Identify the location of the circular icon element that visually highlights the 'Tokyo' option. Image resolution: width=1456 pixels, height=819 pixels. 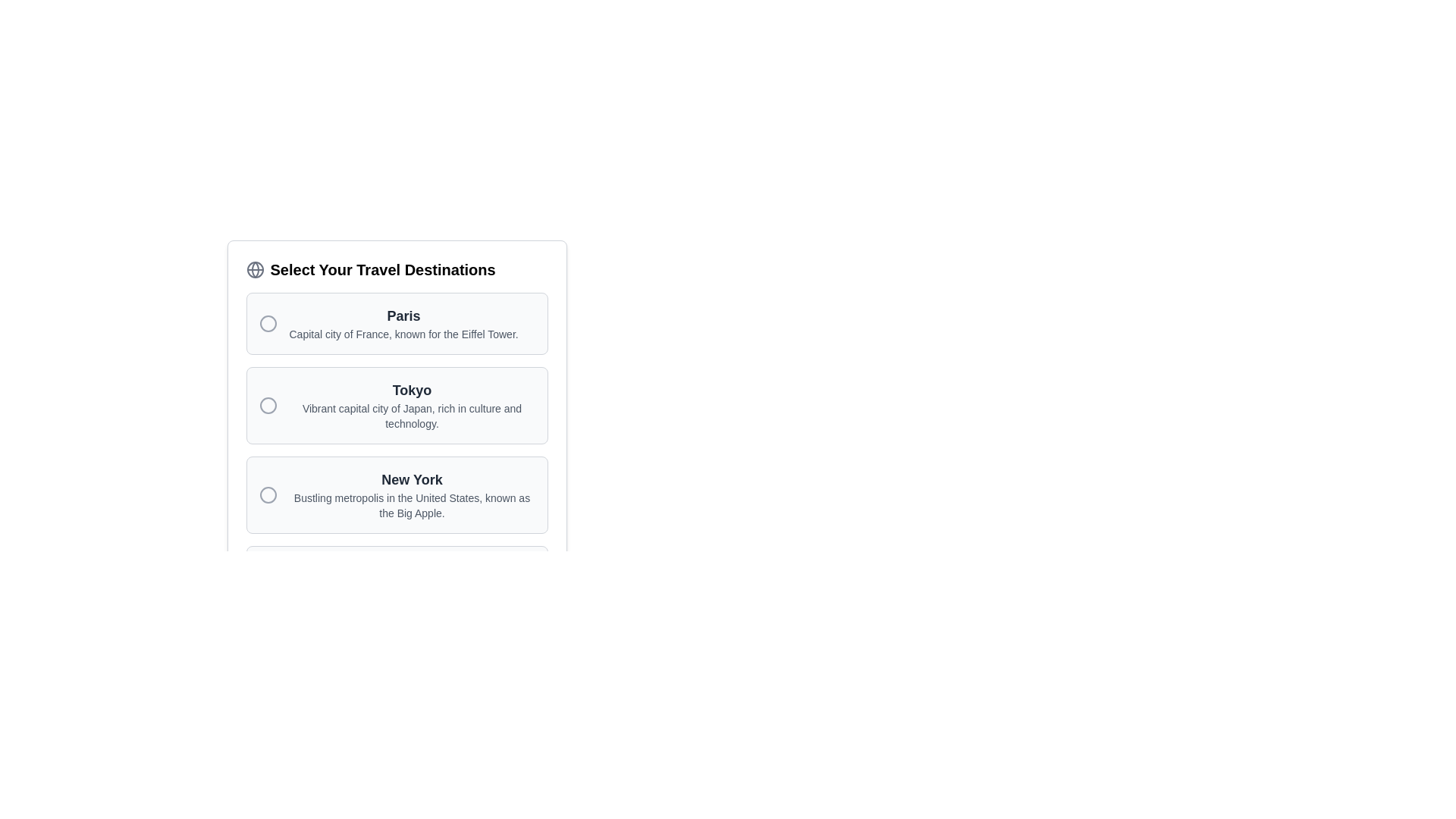
(268, 405).